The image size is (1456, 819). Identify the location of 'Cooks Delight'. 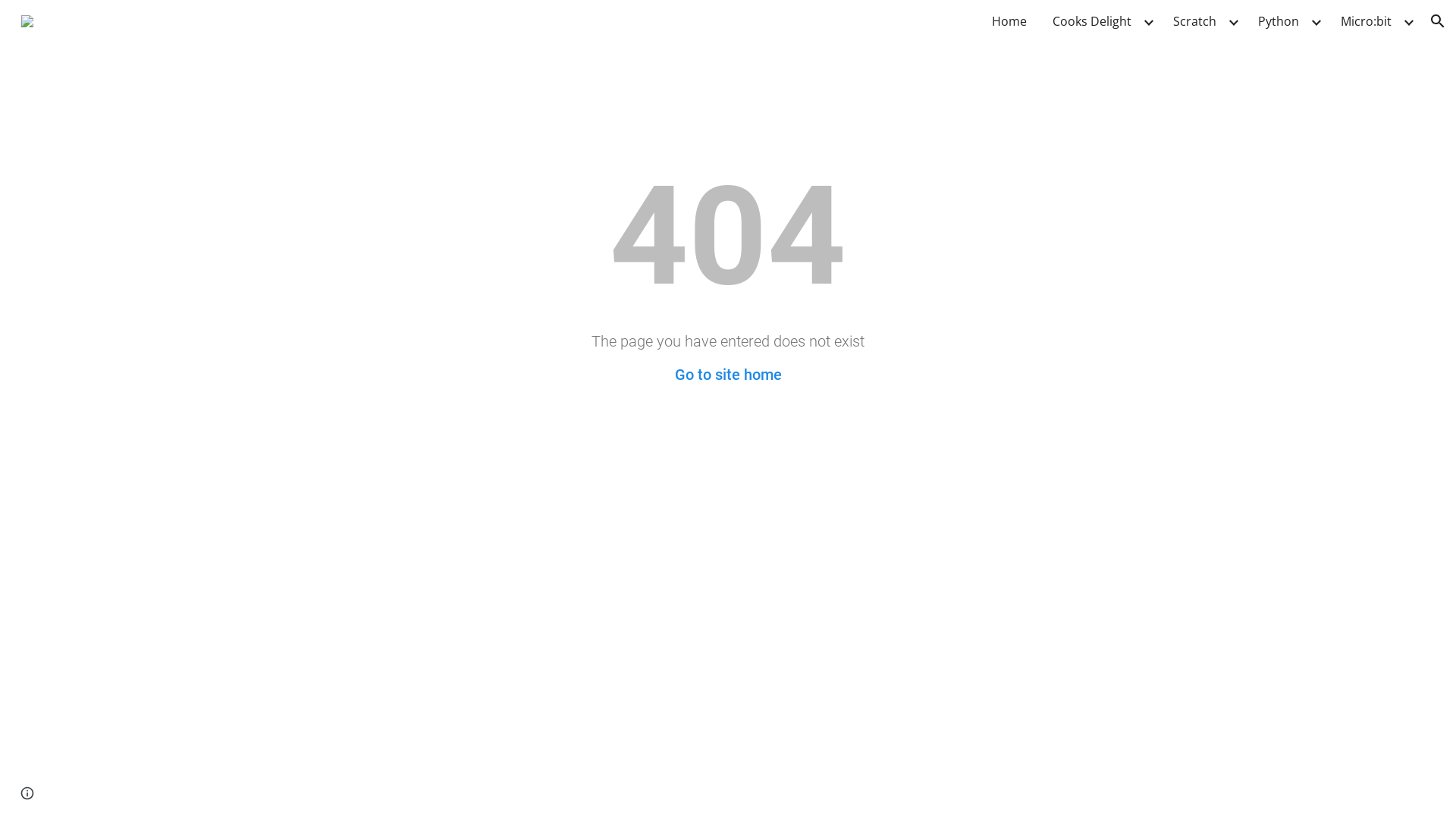
(1043, 20).